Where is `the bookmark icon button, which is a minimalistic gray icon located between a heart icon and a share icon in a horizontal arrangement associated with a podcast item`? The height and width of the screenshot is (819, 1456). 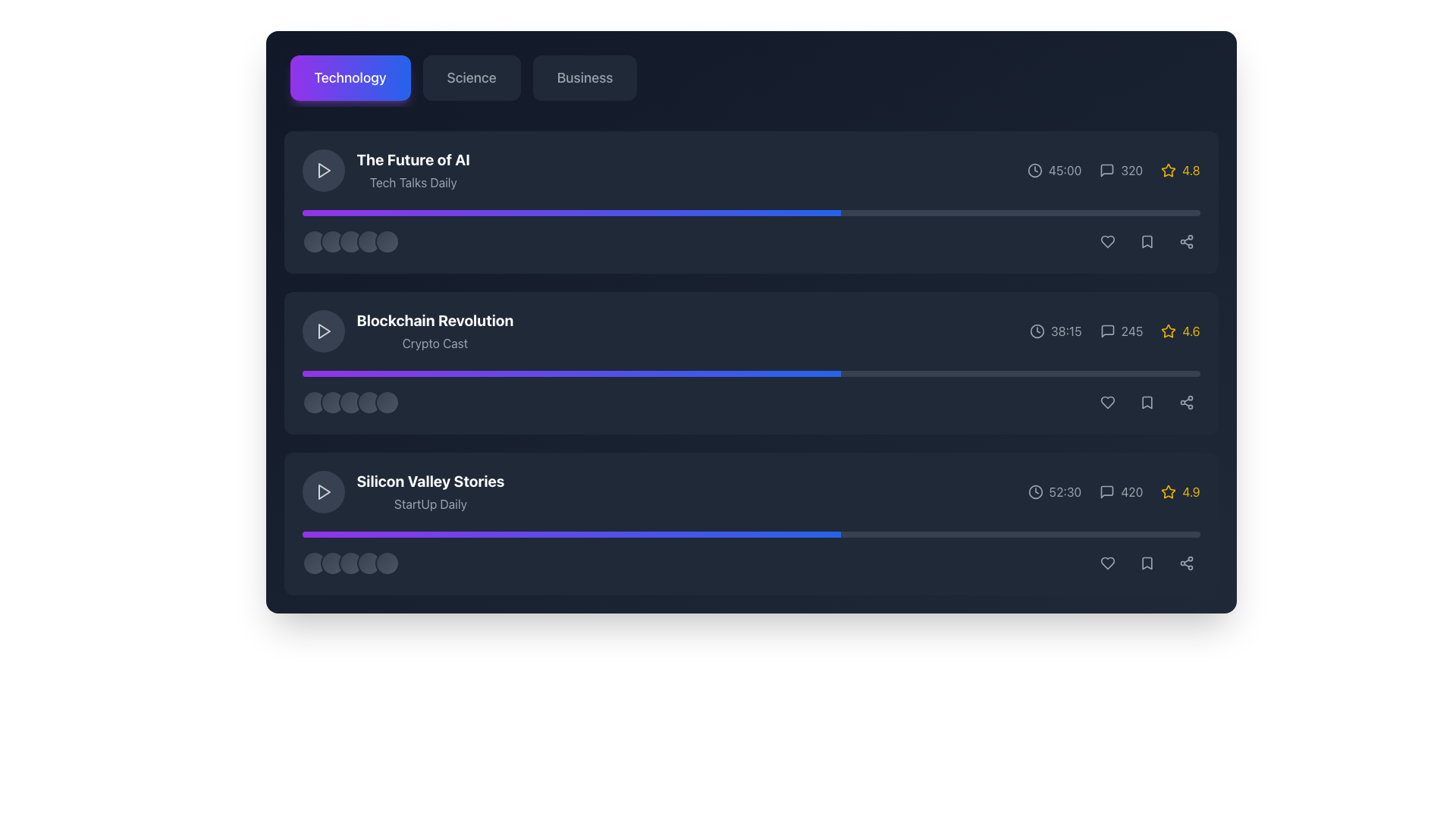
the bookmark icon button, which is a minimalistic gray icon located between a heart icon and a share icon in a horizontal arrangement associated with a podcast item is located at coordinates (1147, 241).